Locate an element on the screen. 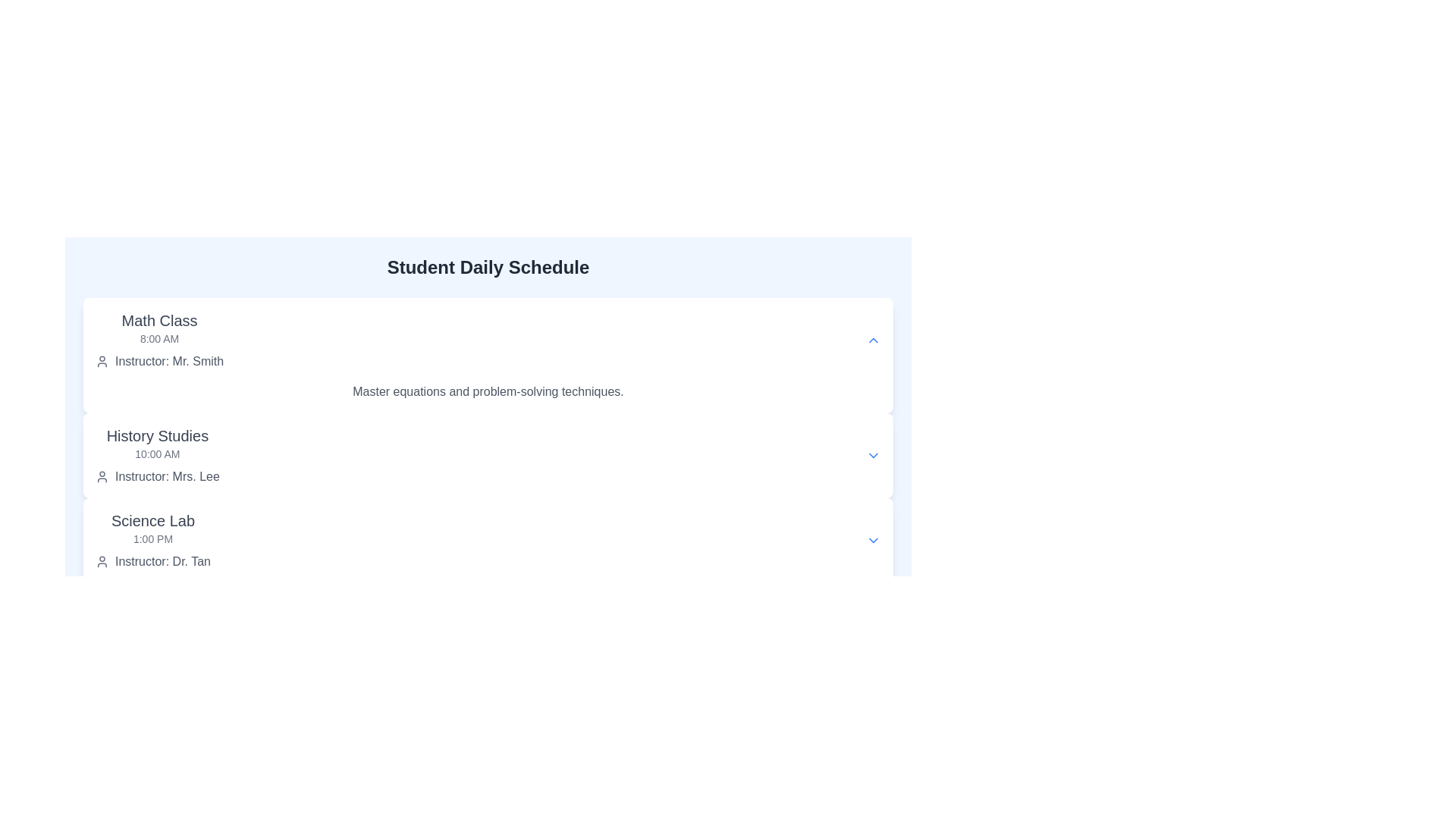  the text and icon combination that displays 'Instructor: Mr. Smith' located at the bottom of the 'Math Class' section under '8:00 AM' is located at coordinates (159, 362).